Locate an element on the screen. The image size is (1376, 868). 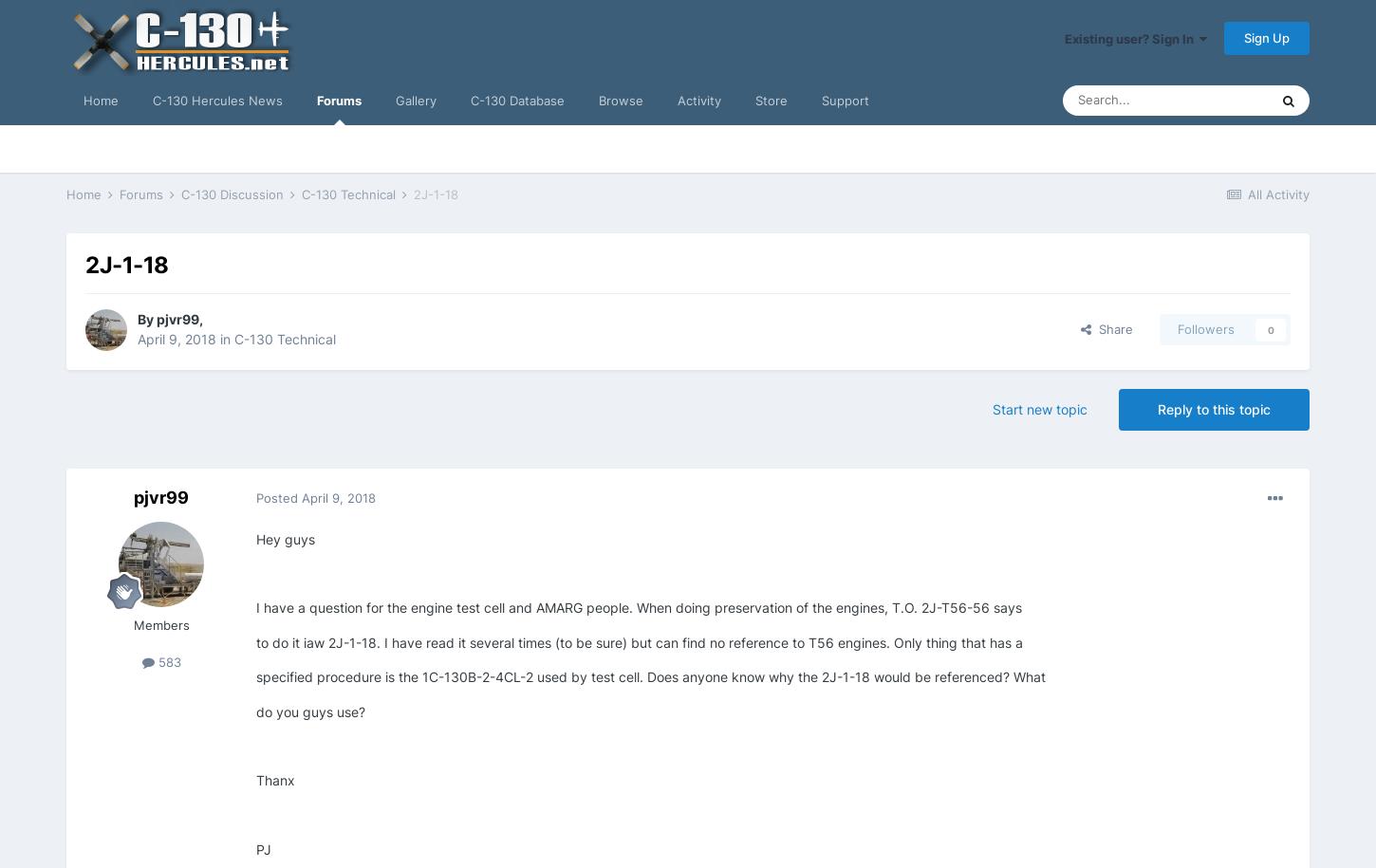
'Support' is located at coordinates (845, 100).